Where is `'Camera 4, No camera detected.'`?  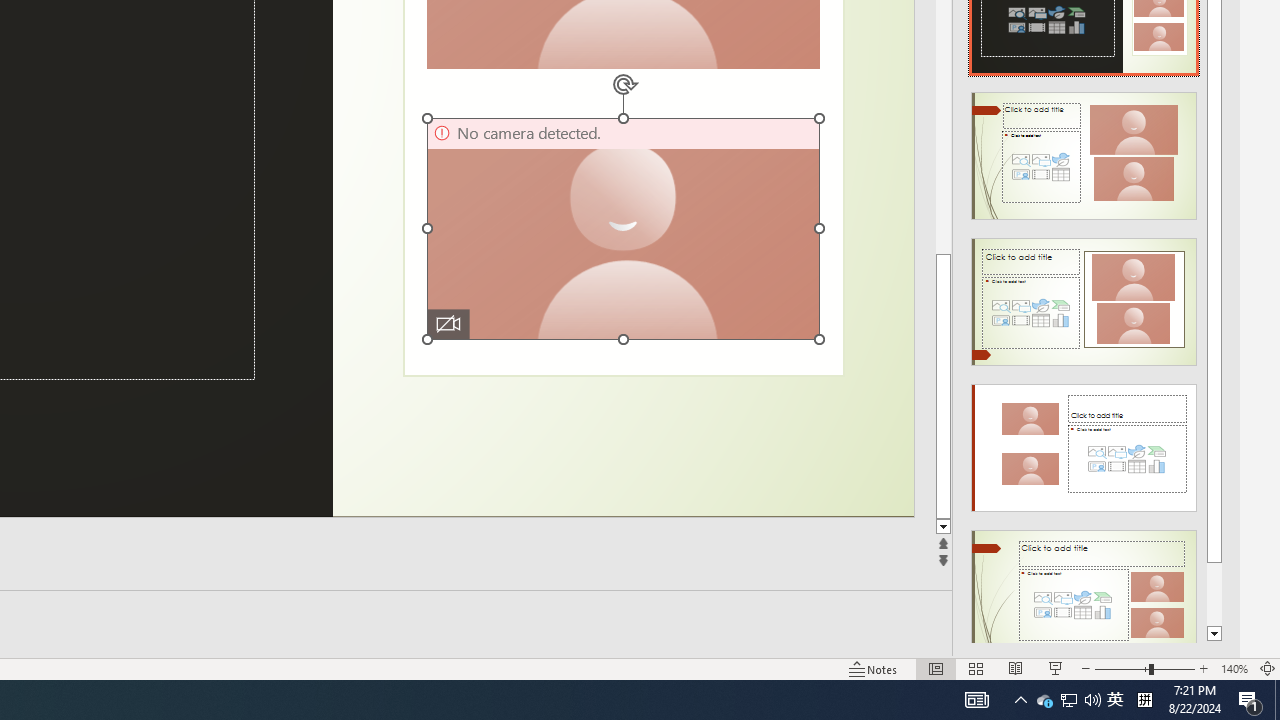 'Camera 4, No camera detected.' is located at coordinates (622, 227).